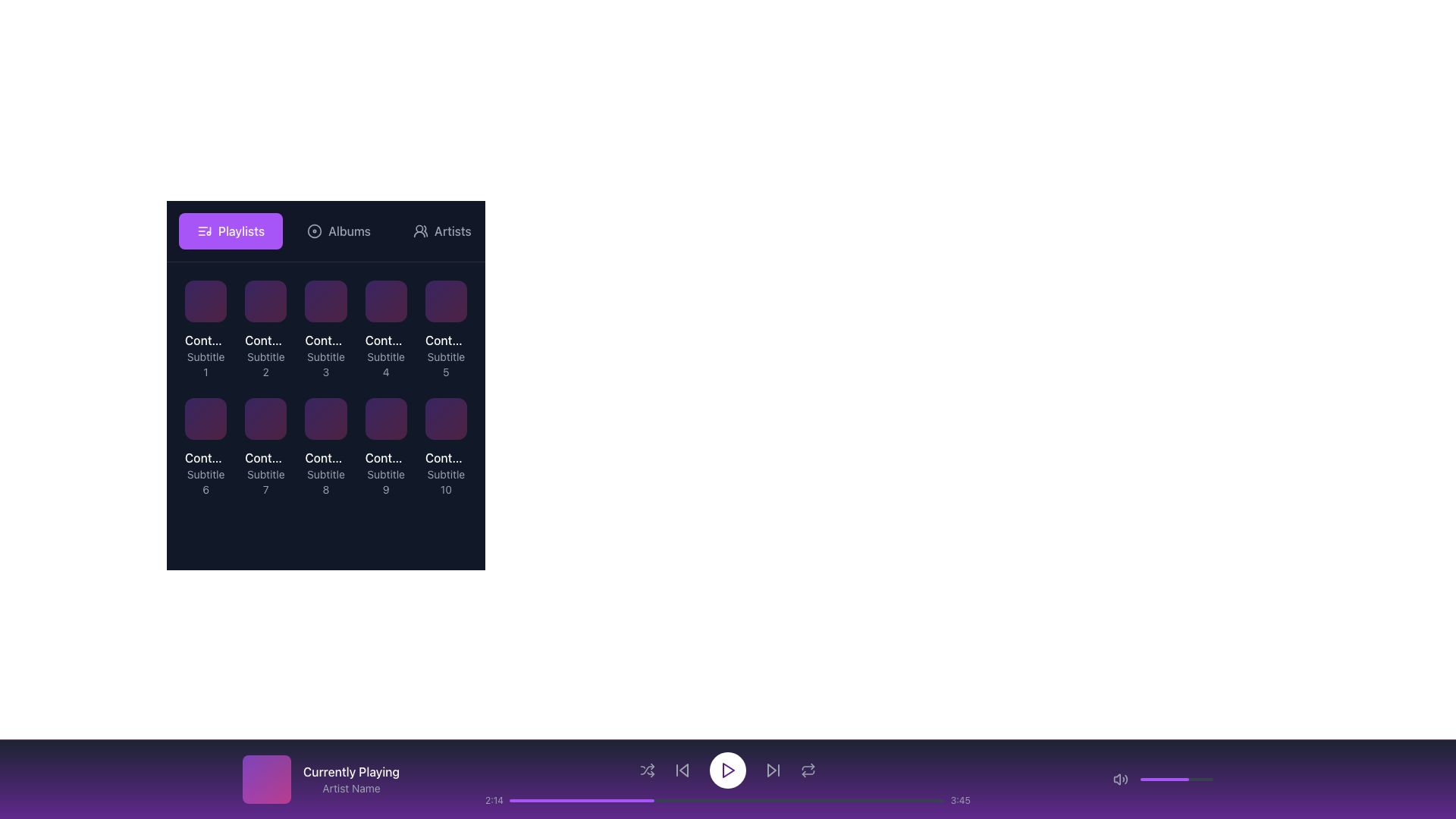  Describe the element at coordinates (807, 770) in the screenshot. I see `the sixth button in the lower control bar` at that location.